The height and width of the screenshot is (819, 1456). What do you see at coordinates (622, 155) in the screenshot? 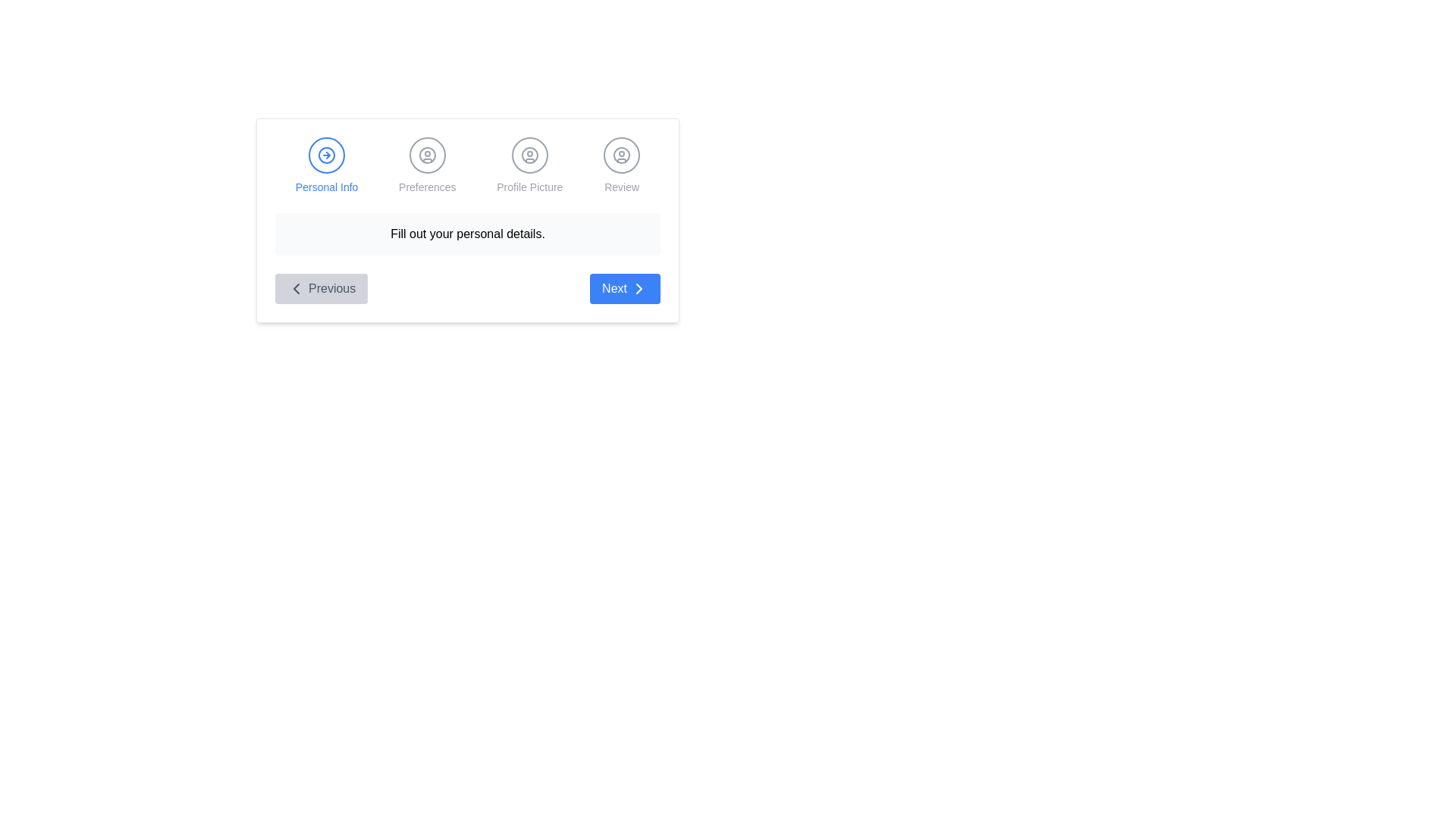
I see `the 'Review' step indicator in the progress navigation bar, which is the last circular icon positioned horizontally at the top of the panel` at bounding box center [622, 155].